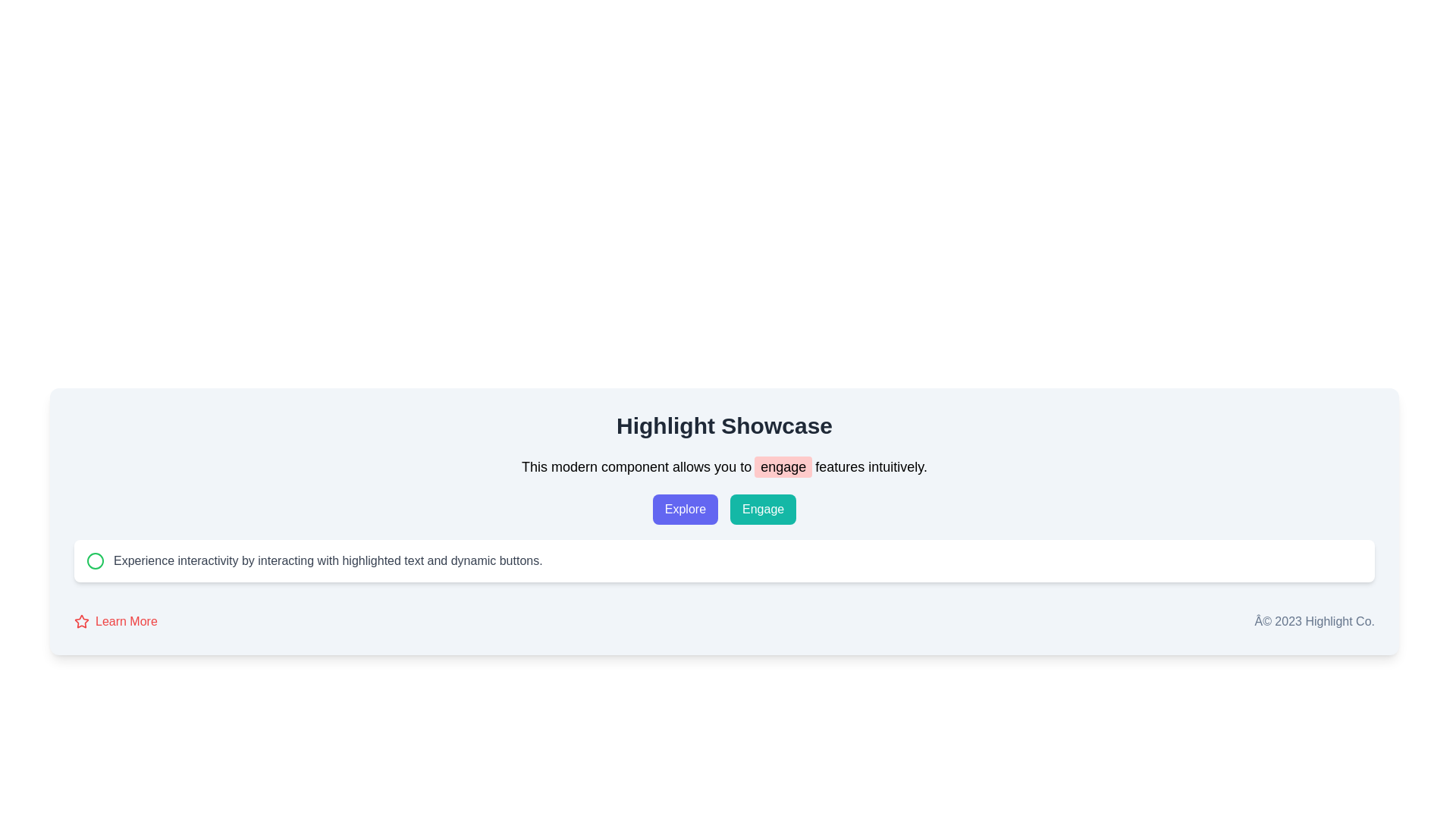 Image resolution: width=1456 pixels, height=819 pixels. What do you see at coordinates (81, 622) in the screenshot?
I see `the star icon which is the leftmost element in the group containing the 'Learn More' text, located at the bottom-left corner of the interface` at bounding box center [81, 622].